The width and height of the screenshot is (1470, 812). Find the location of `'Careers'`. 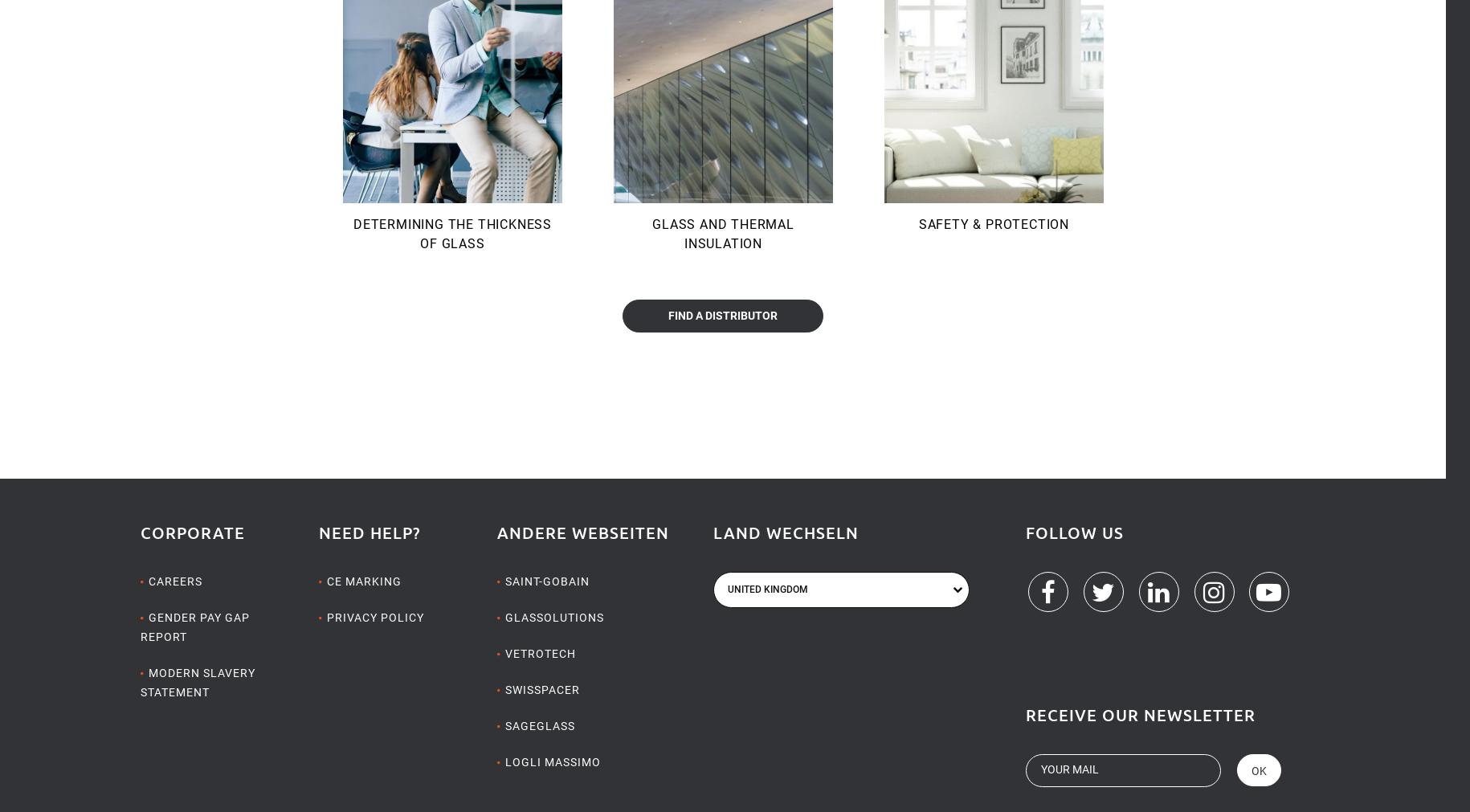

'Careers' is located at coordinates (174, 580).